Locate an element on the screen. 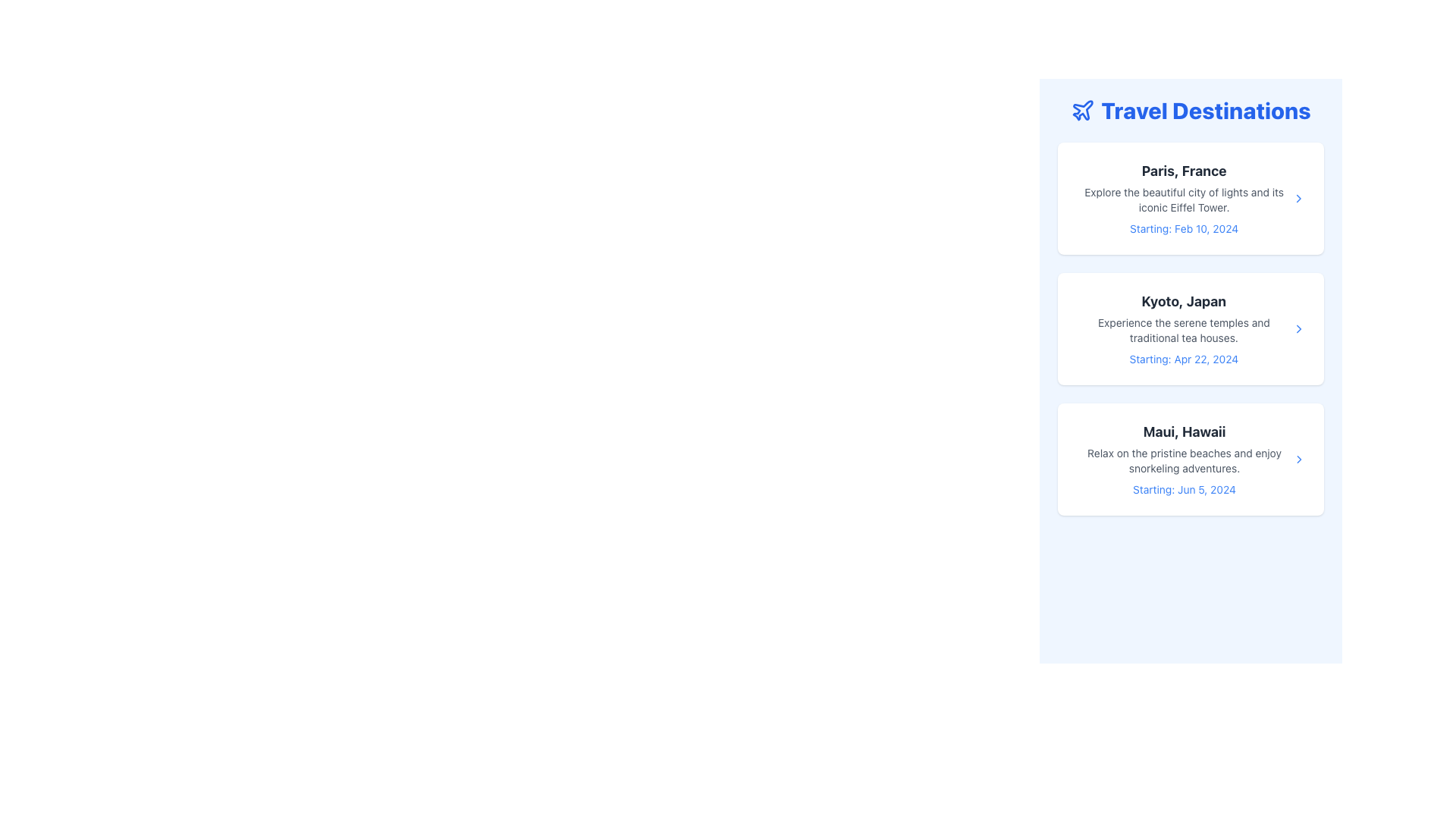 This screenshot has height=819, width=1456. information displayed in the Informational card that shows 'Kyoto, Japan' with its description and starting date is located at coordinates (1183, 328).